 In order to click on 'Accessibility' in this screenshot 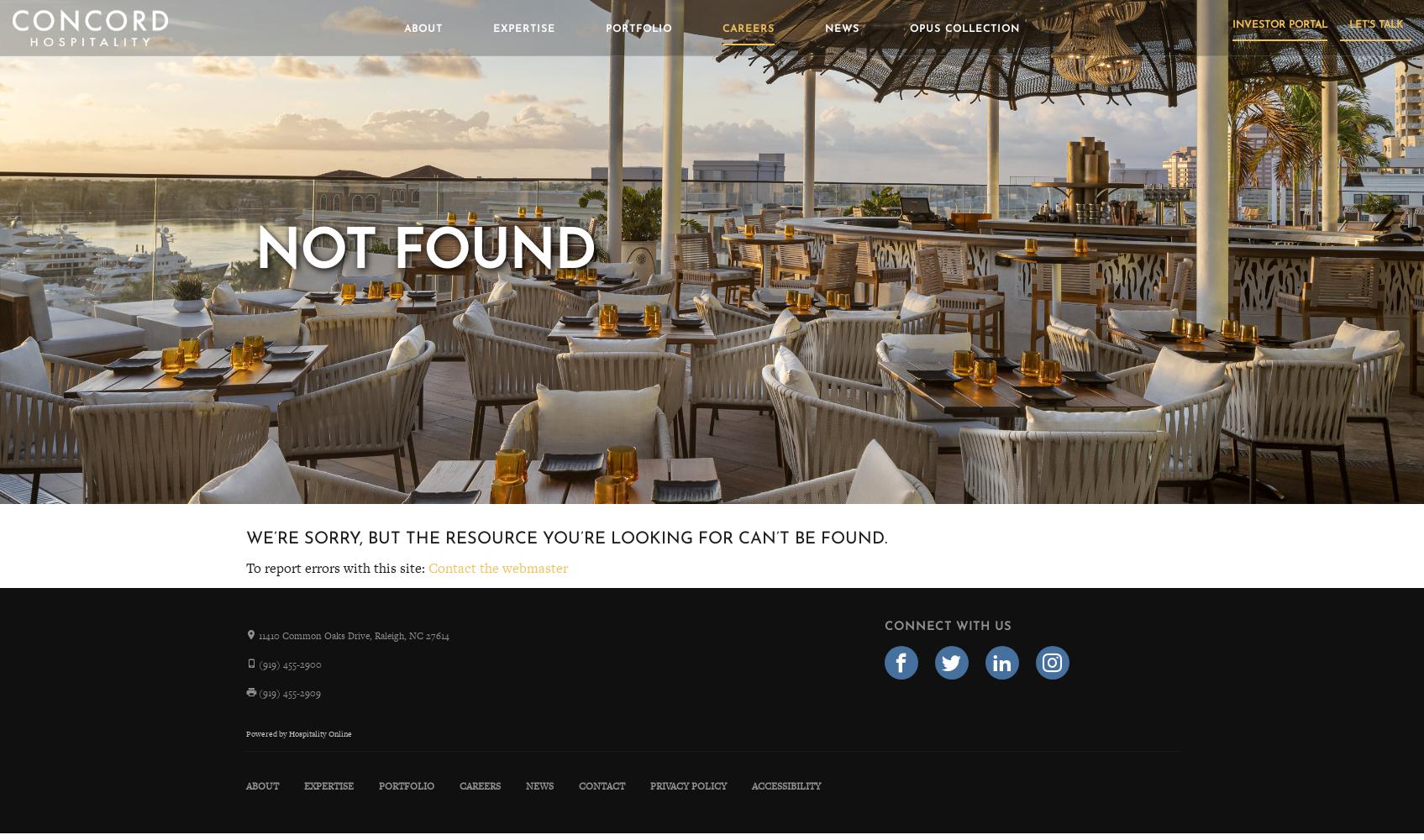, I will do `click(785, 785)`.